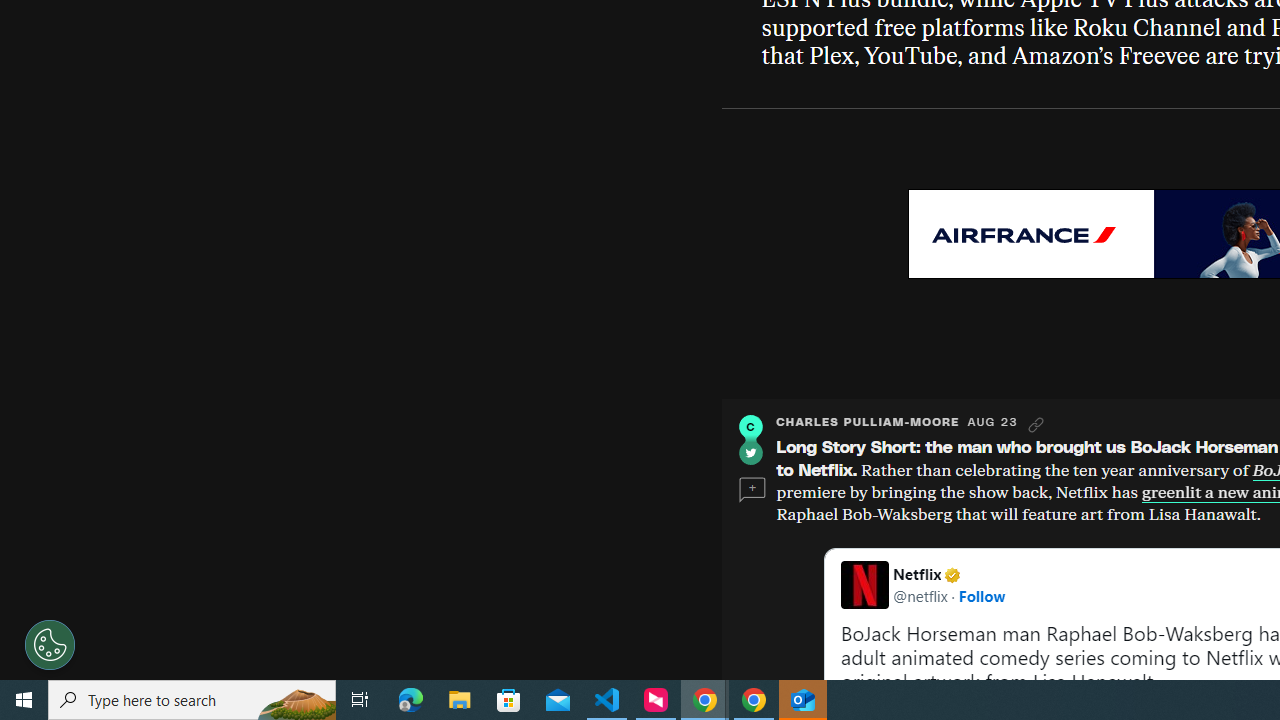 The width and height of the screenshot is (1280, 720). I want to click on 'Comments', so click(751, 490).